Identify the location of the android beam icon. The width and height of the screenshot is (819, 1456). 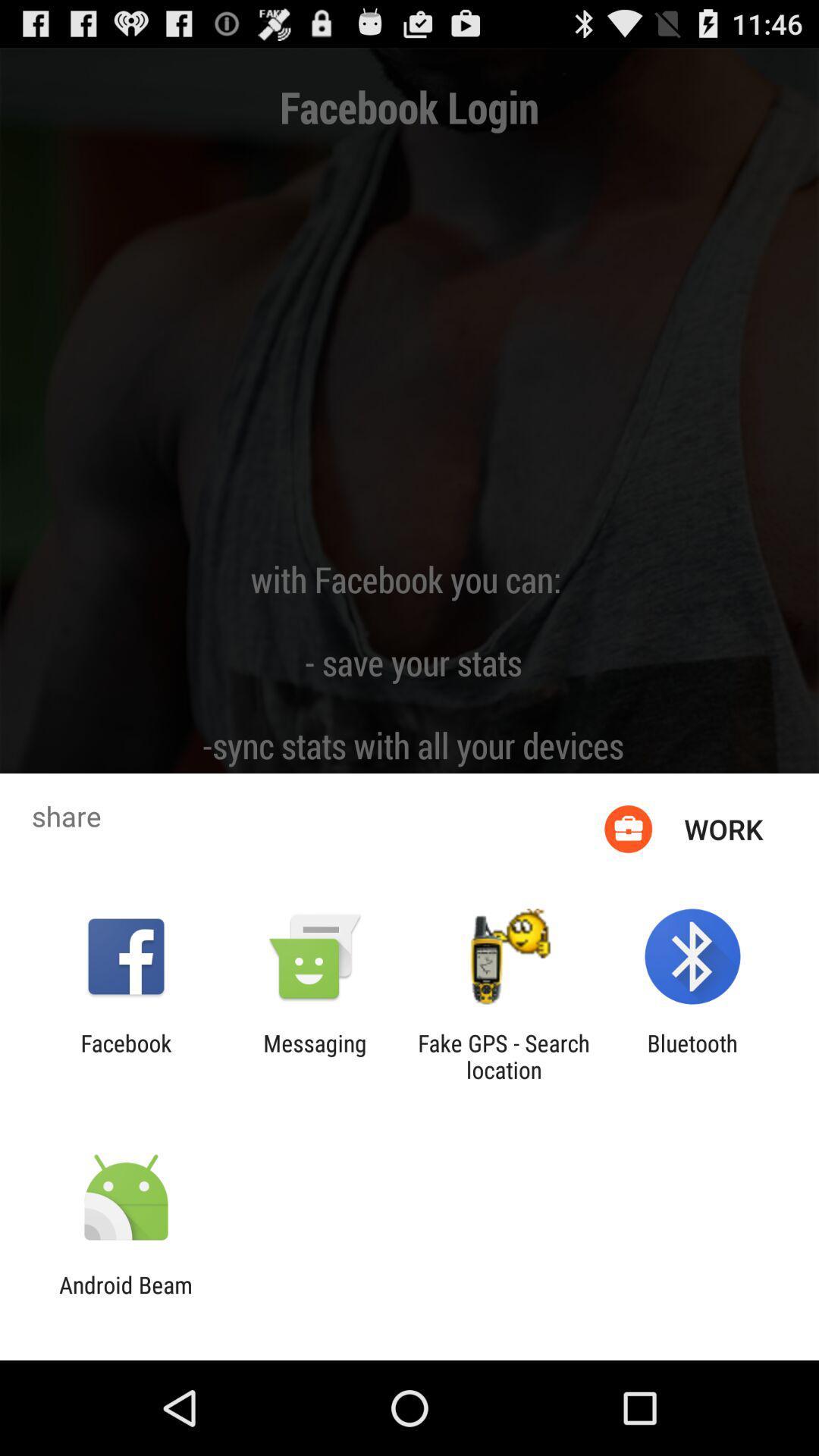
(125, 1298).